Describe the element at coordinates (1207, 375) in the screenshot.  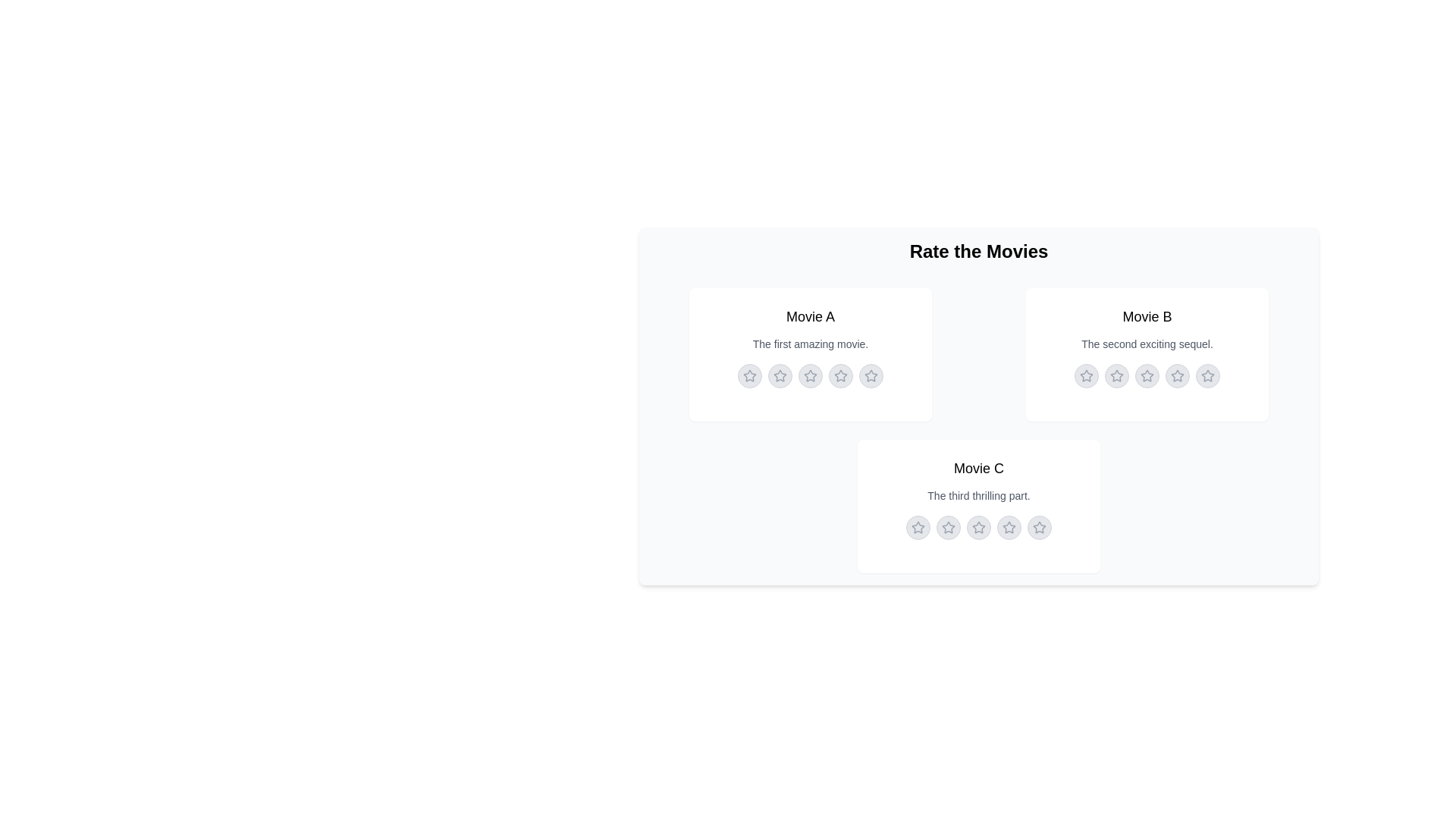
I see `the fifth interactive star icon in the star rating system for 'Movie B' to rate it` at that location.